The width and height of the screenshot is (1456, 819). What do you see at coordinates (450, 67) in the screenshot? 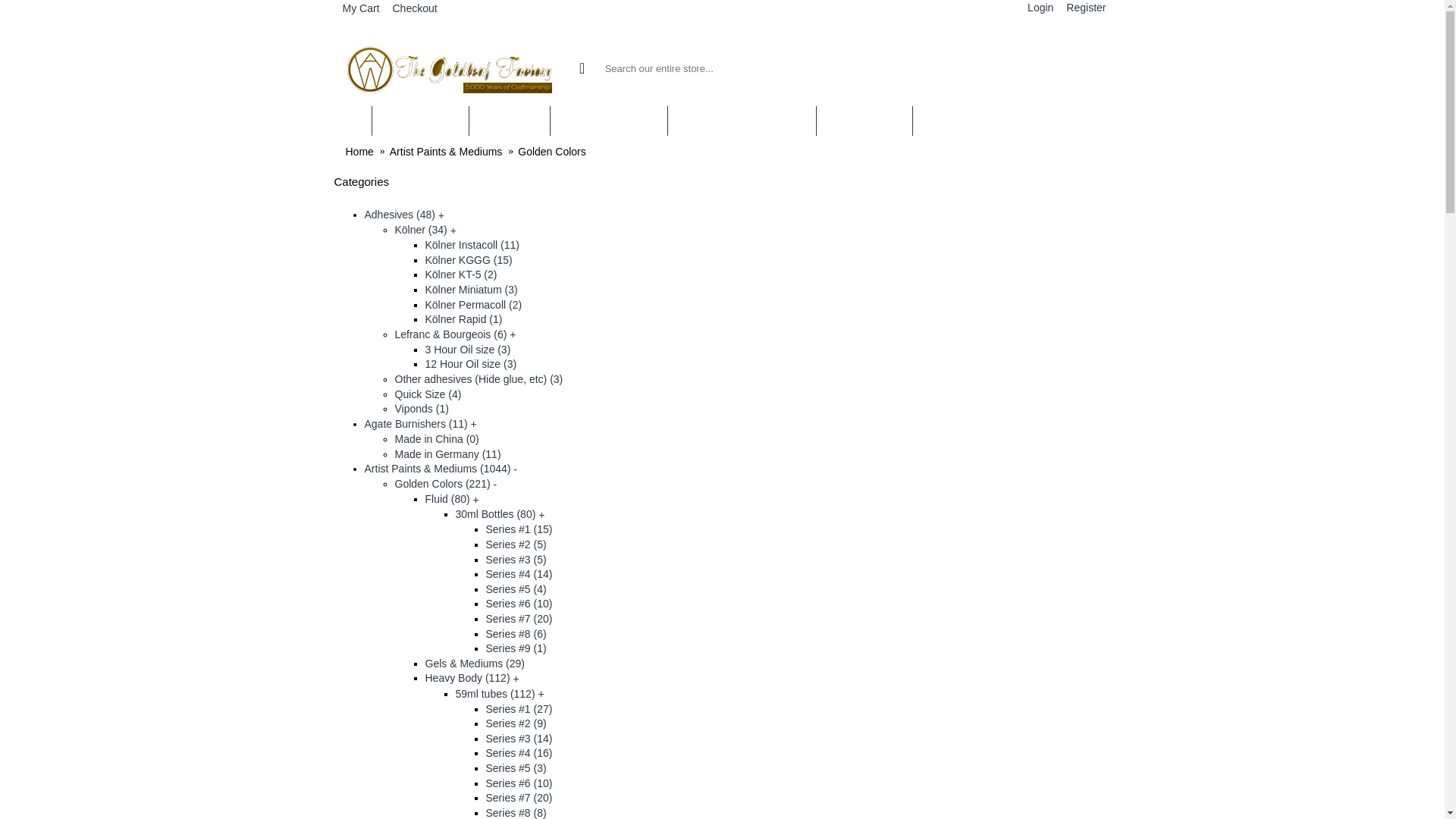
I see `'The Gold leaf Factory International'` at bounding box center [450, 67].